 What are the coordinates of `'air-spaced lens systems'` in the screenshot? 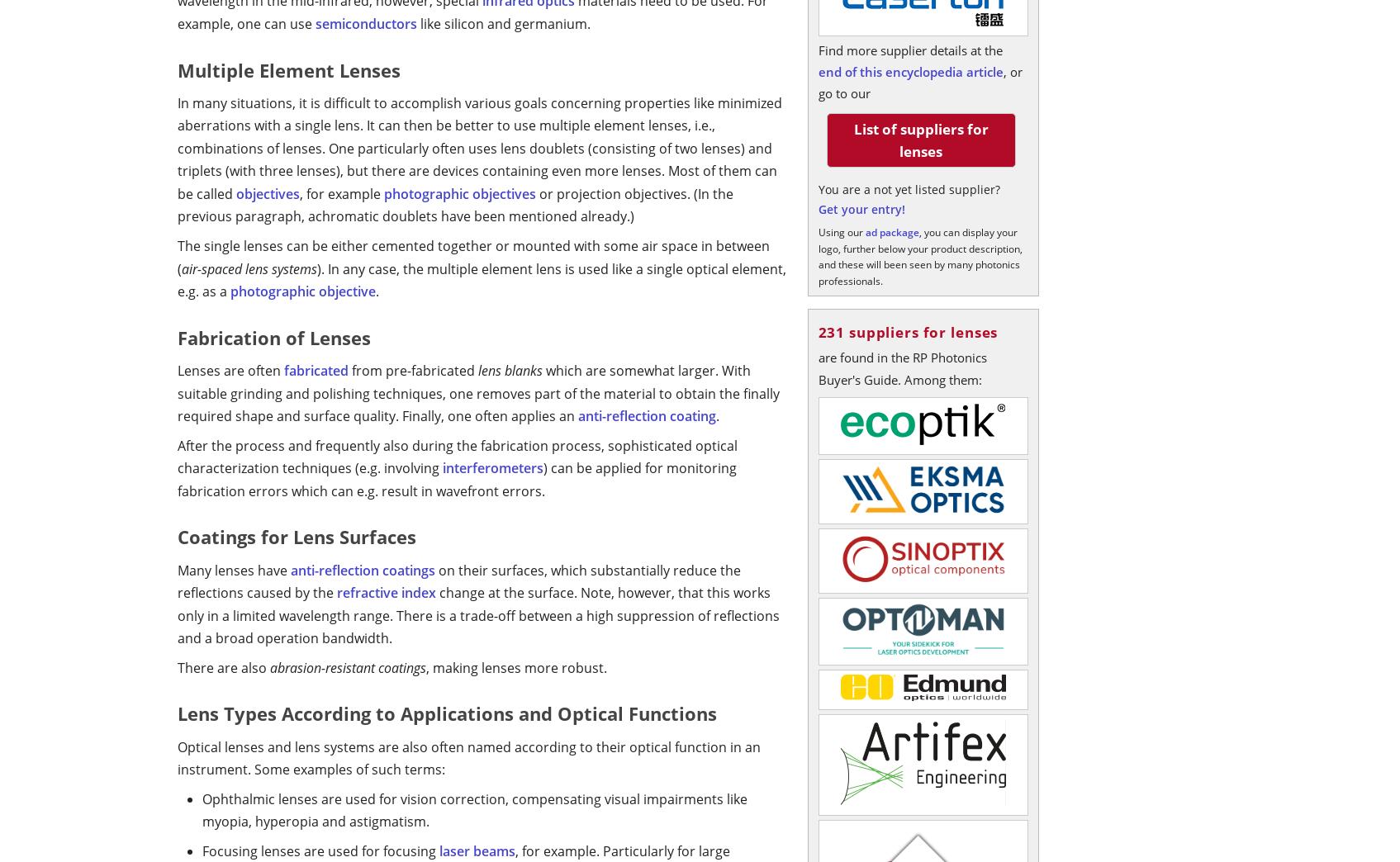 It's located at (249, 267).